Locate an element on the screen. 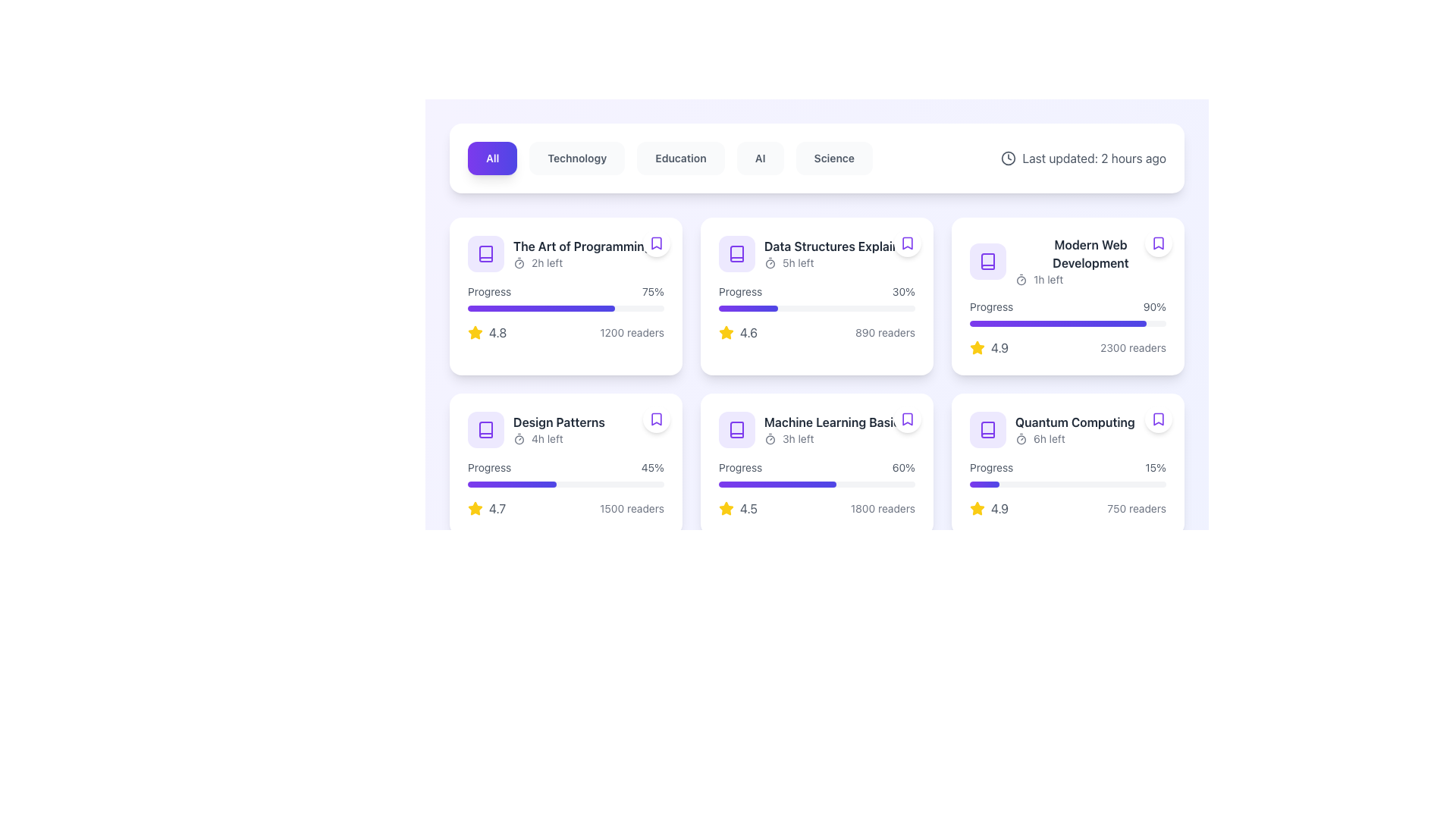 The image size is (1456, 819). the violet book icon located in the top-left corner of the 'Quantum Computing' card in the bottom right of the interface grid is located at coordinates (987, 430).